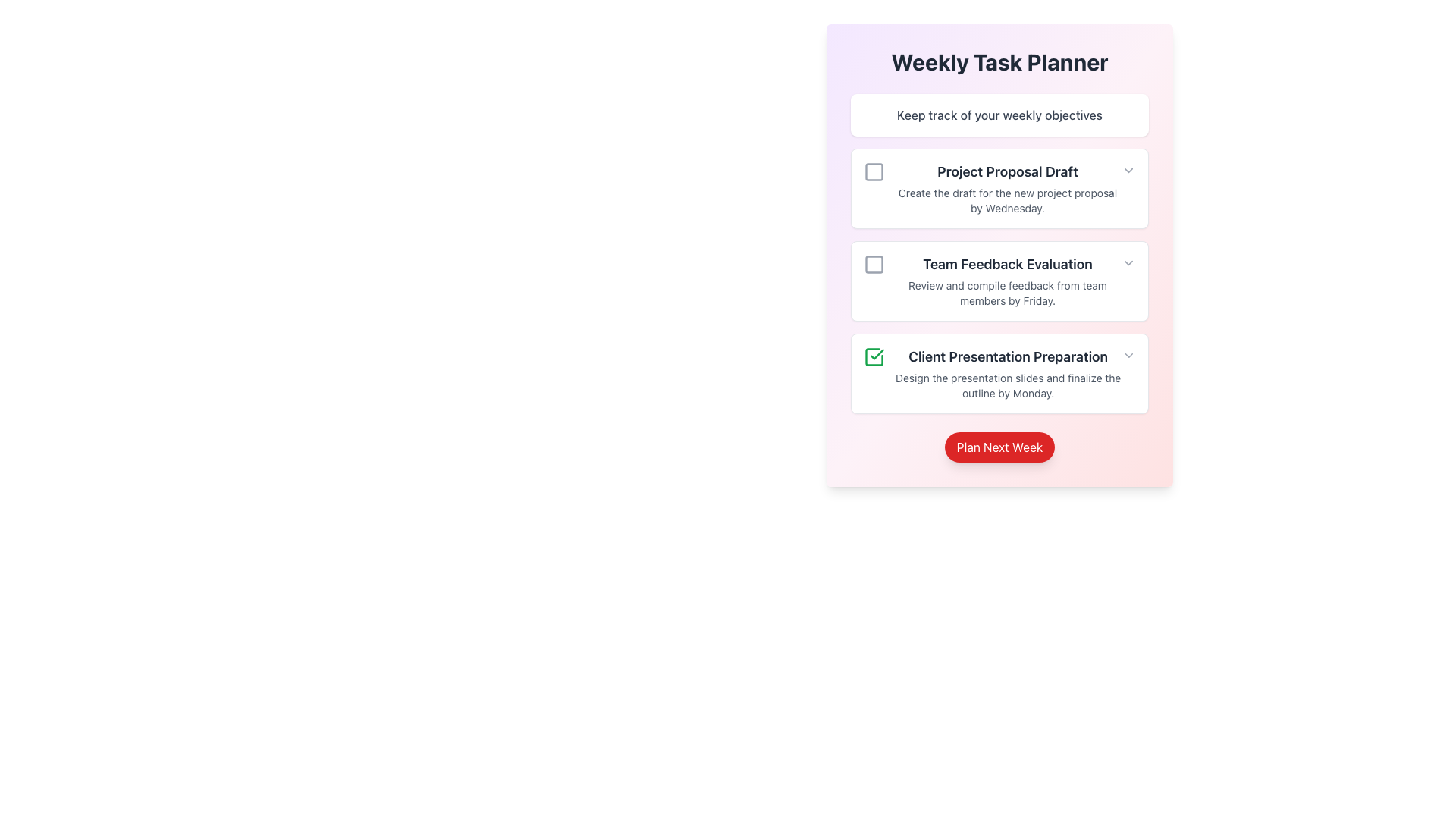 This screenshot has width=1456, height=819. What do you see at coordinates (993, 281) in the screenshot?
I see `task description for 'Team Feedback Evaluation' which includes the title and subtitle text in the task planner interface` at bounding box center [993, 281].